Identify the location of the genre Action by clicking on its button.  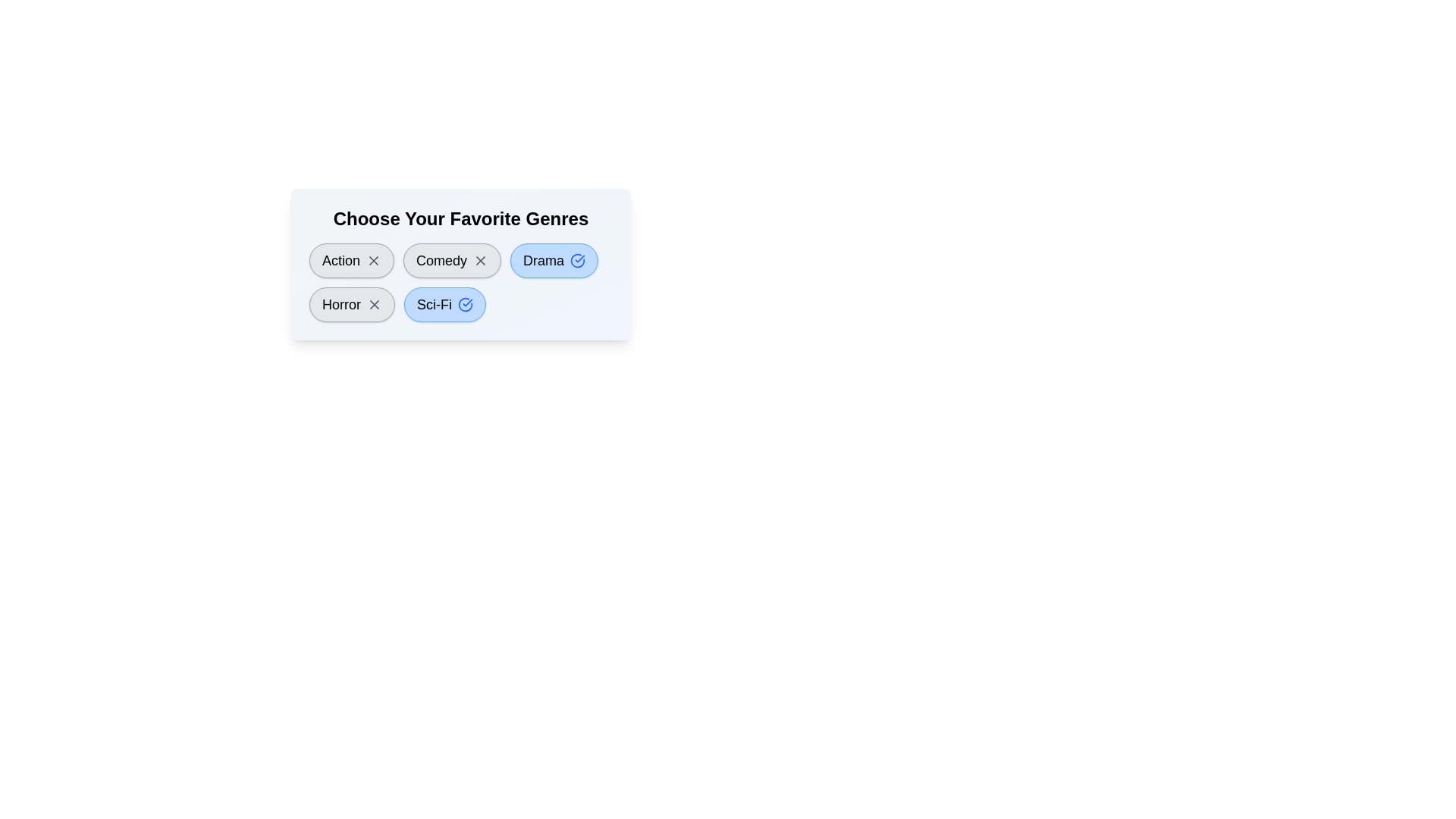
(351, 259).